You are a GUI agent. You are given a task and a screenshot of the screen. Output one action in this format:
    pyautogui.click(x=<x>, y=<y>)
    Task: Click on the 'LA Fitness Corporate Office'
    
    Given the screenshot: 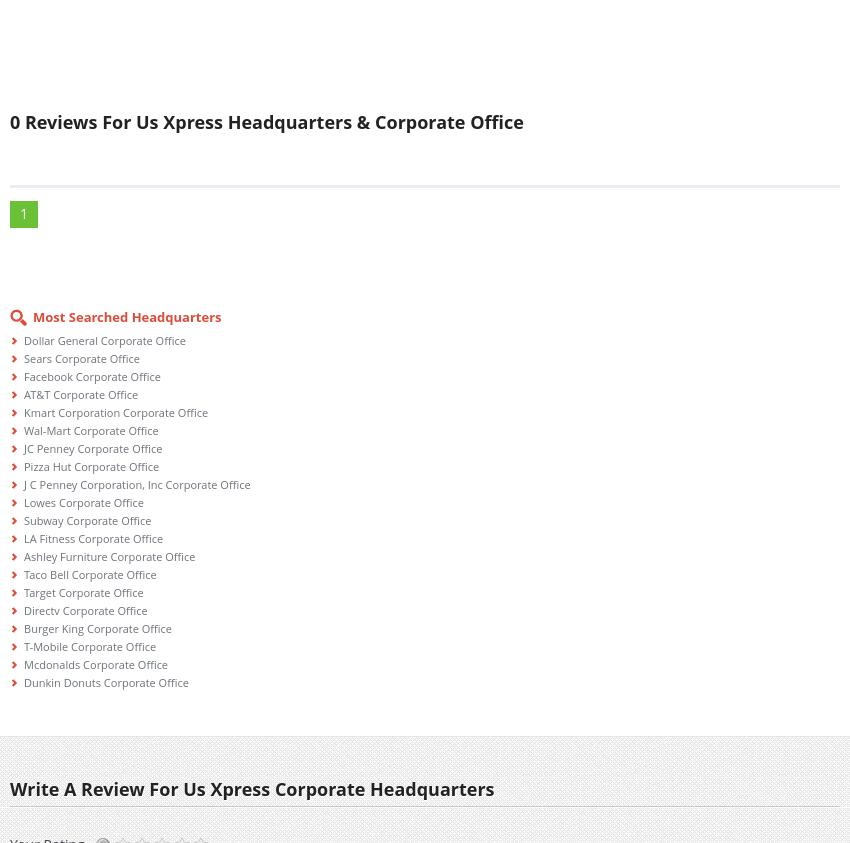 What is the action you would take?
    pyautogui.click(x=92, y=538)
    